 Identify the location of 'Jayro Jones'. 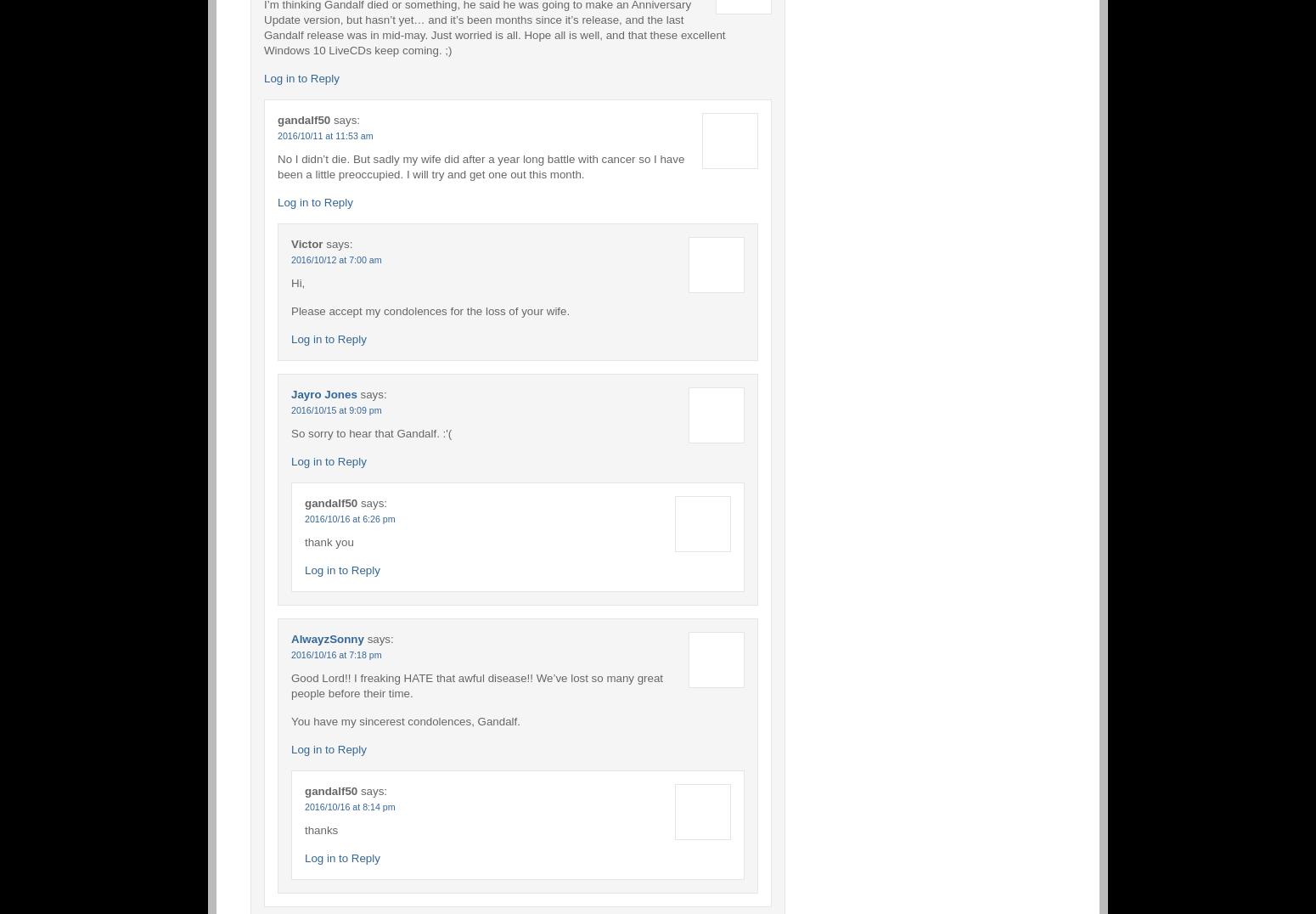
(290, 392).